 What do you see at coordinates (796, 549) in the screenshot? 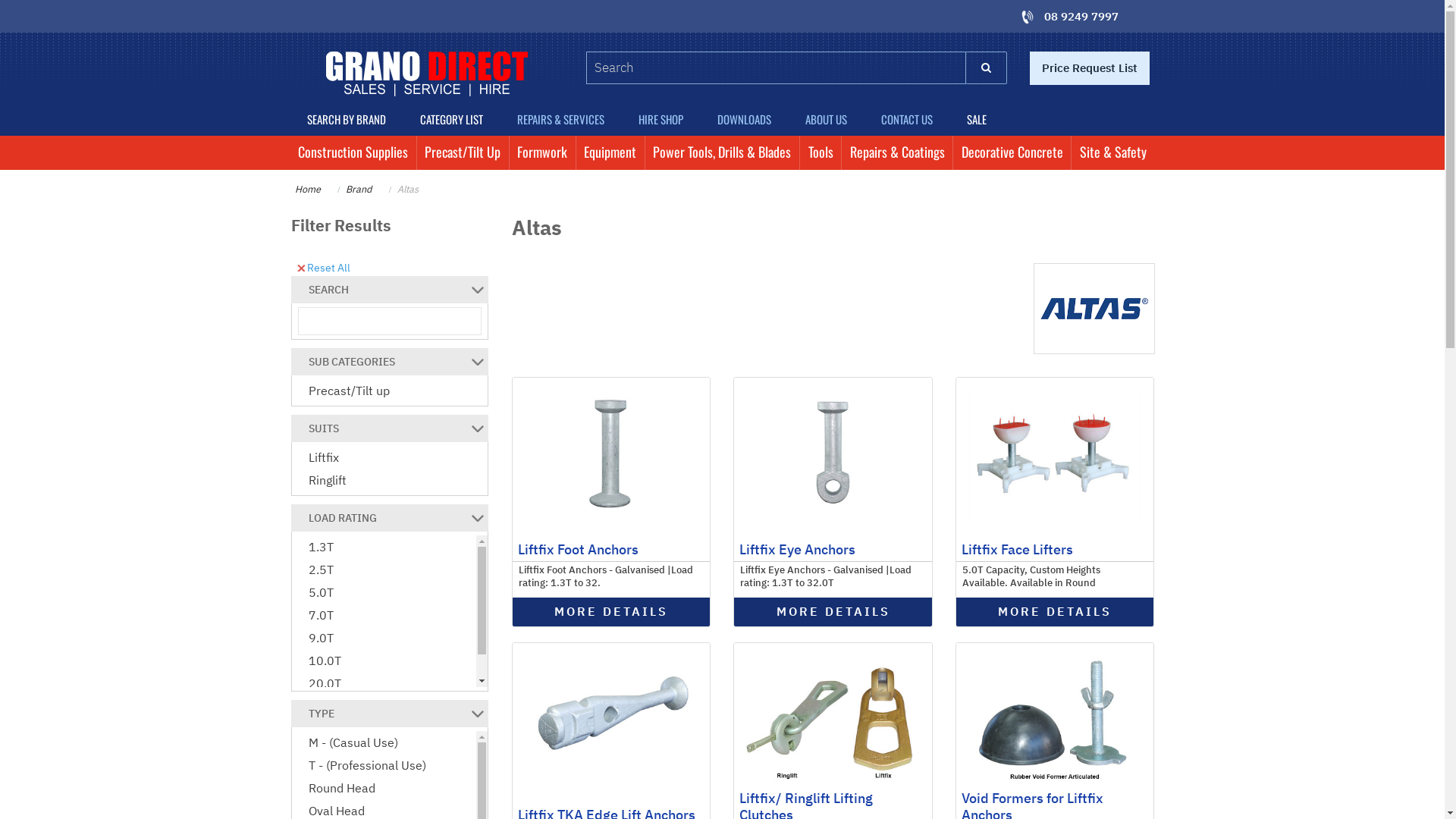
I see `'Liftfix Eye Anchors'` at bounding box center [796, 549].